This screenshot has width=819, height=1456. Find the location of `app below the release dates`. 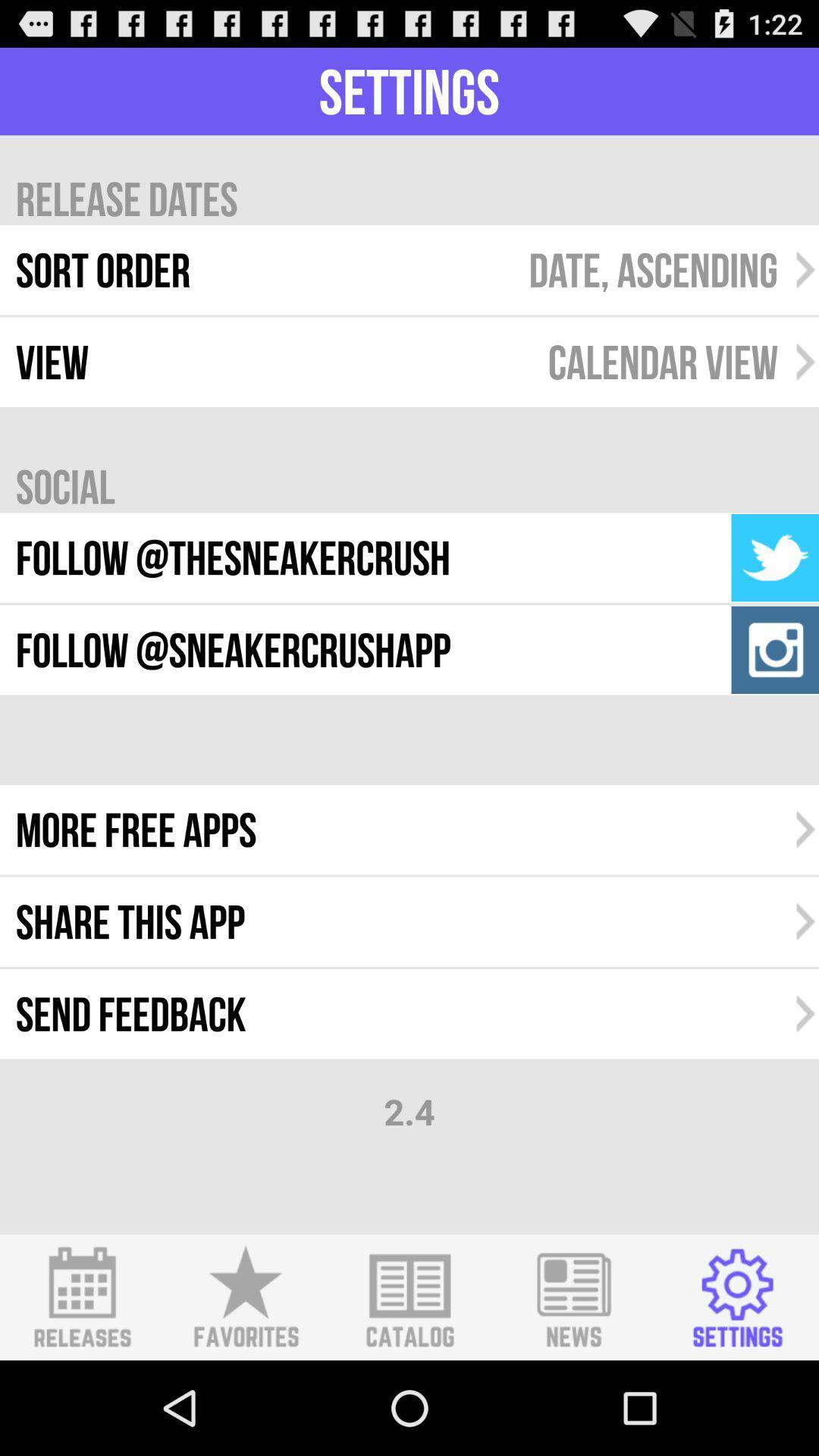

app below the release dates is located at coordinates (652, 270).